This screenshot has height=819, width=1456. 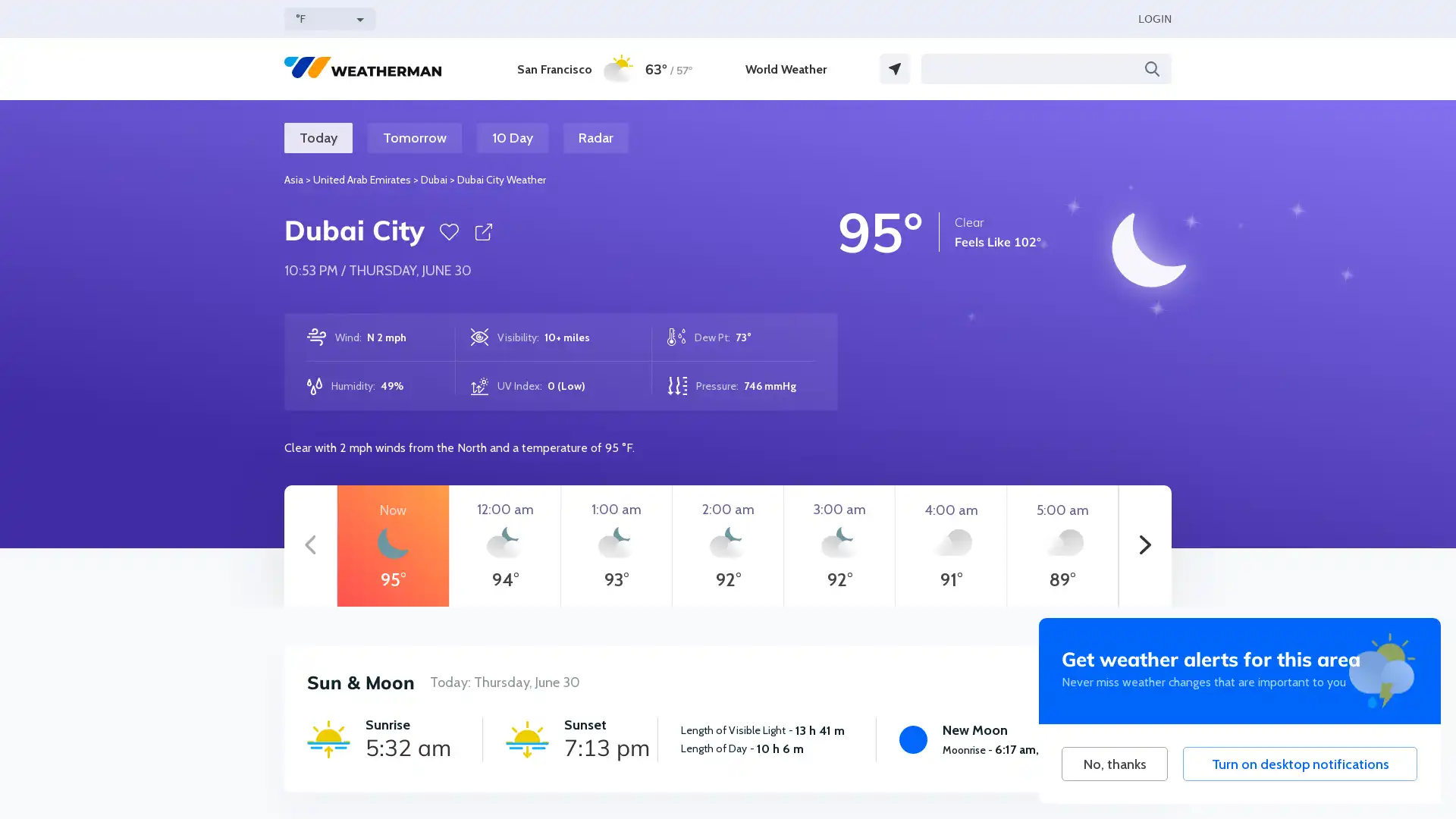 What do you see at coordinates (309, 546) in the screenshot?
I see `Previous hours` at bounding box center [309, 546].